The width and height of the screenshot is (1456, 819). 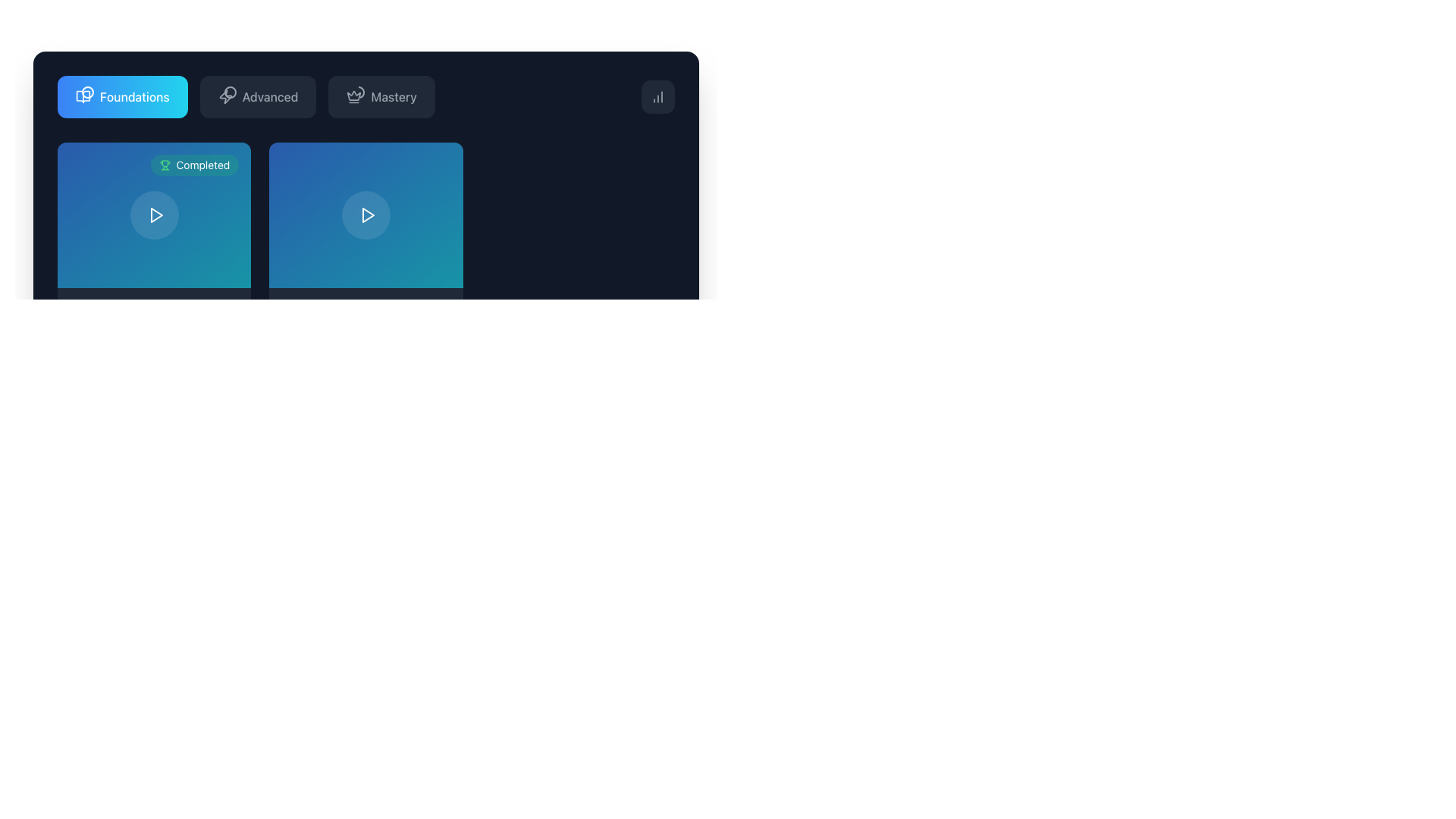 I want to click on the triangular play icon with a white stroke and transparent fill, located within the circular area of the button on the second card below the tabs labeled 'Foundations', 'Advanced', and 'Mastery', so click(x=367, y=215).